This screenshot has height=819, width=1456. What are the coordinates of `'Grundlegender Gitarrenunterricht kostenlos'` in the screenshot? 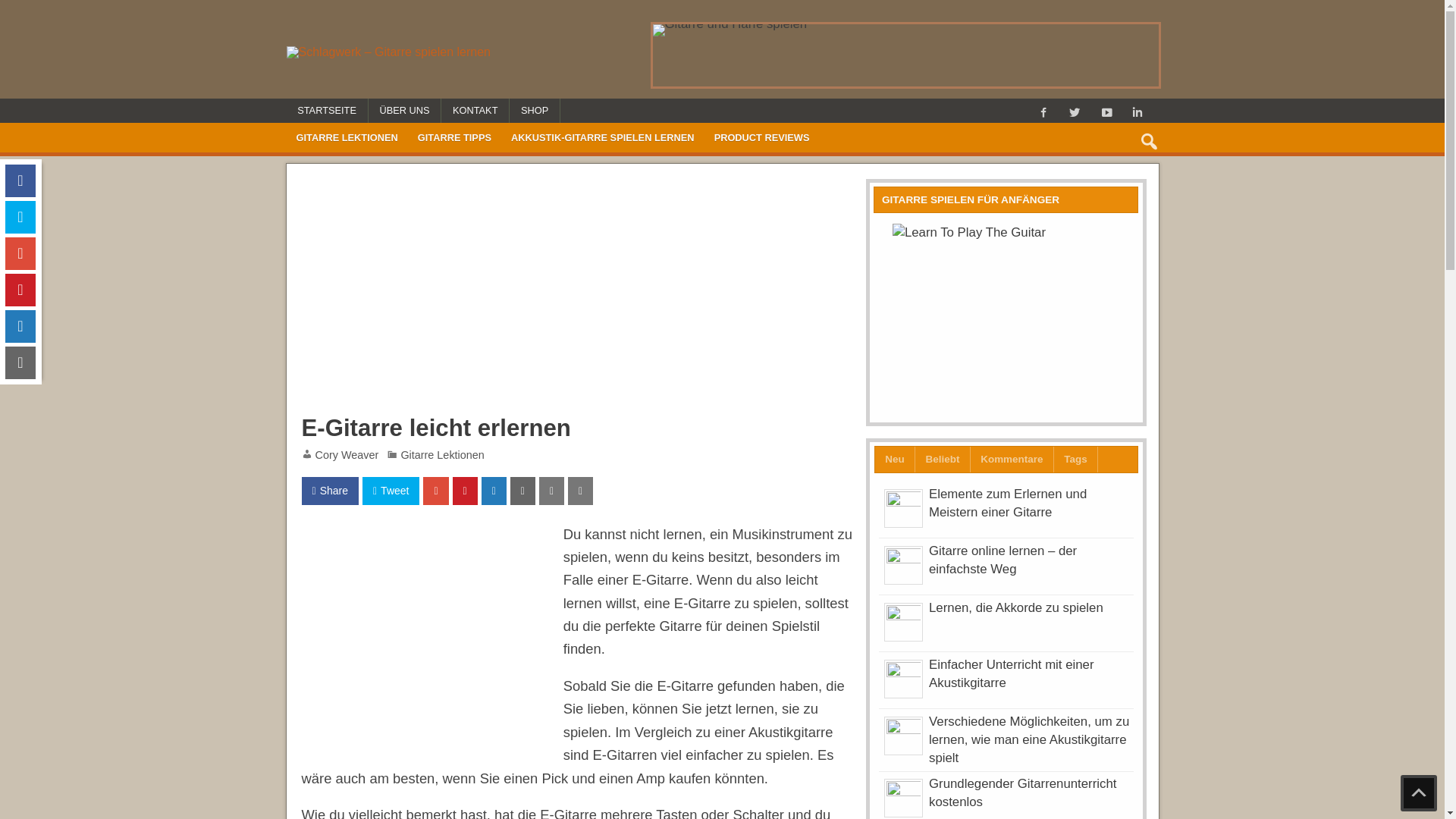 It's located at (1022, 792).